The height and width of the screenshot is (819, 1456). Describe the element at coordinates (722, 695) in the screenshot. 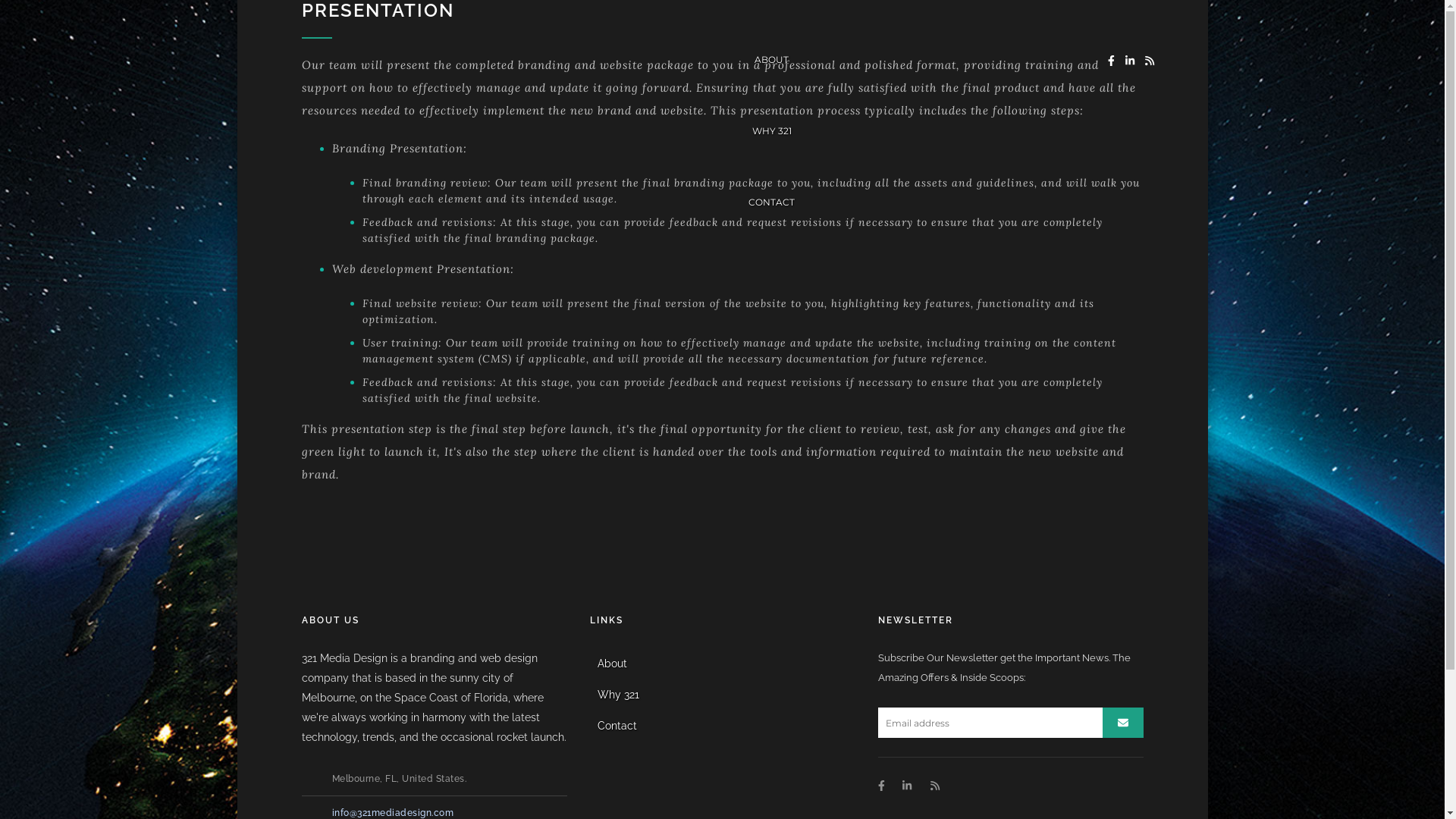

I see `'Why 321'` at that location.